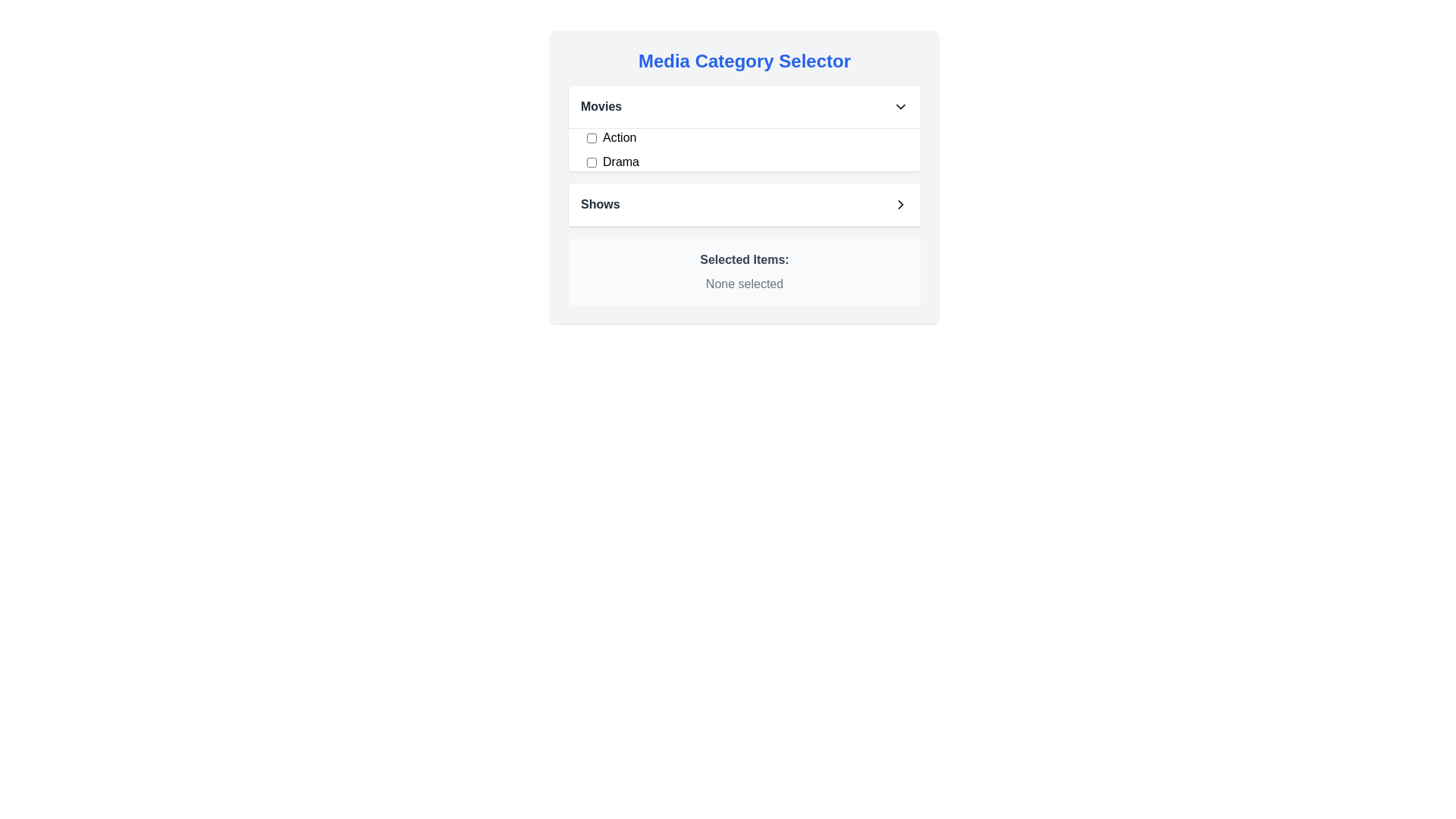 Image resolution: width=1456 pixels, height=819 pixels. I want to click on the chevron-down icon indicating the dropdown for the 'Movies' section, which is positioned to the right of the 'Movies' label, so click(901, 106).